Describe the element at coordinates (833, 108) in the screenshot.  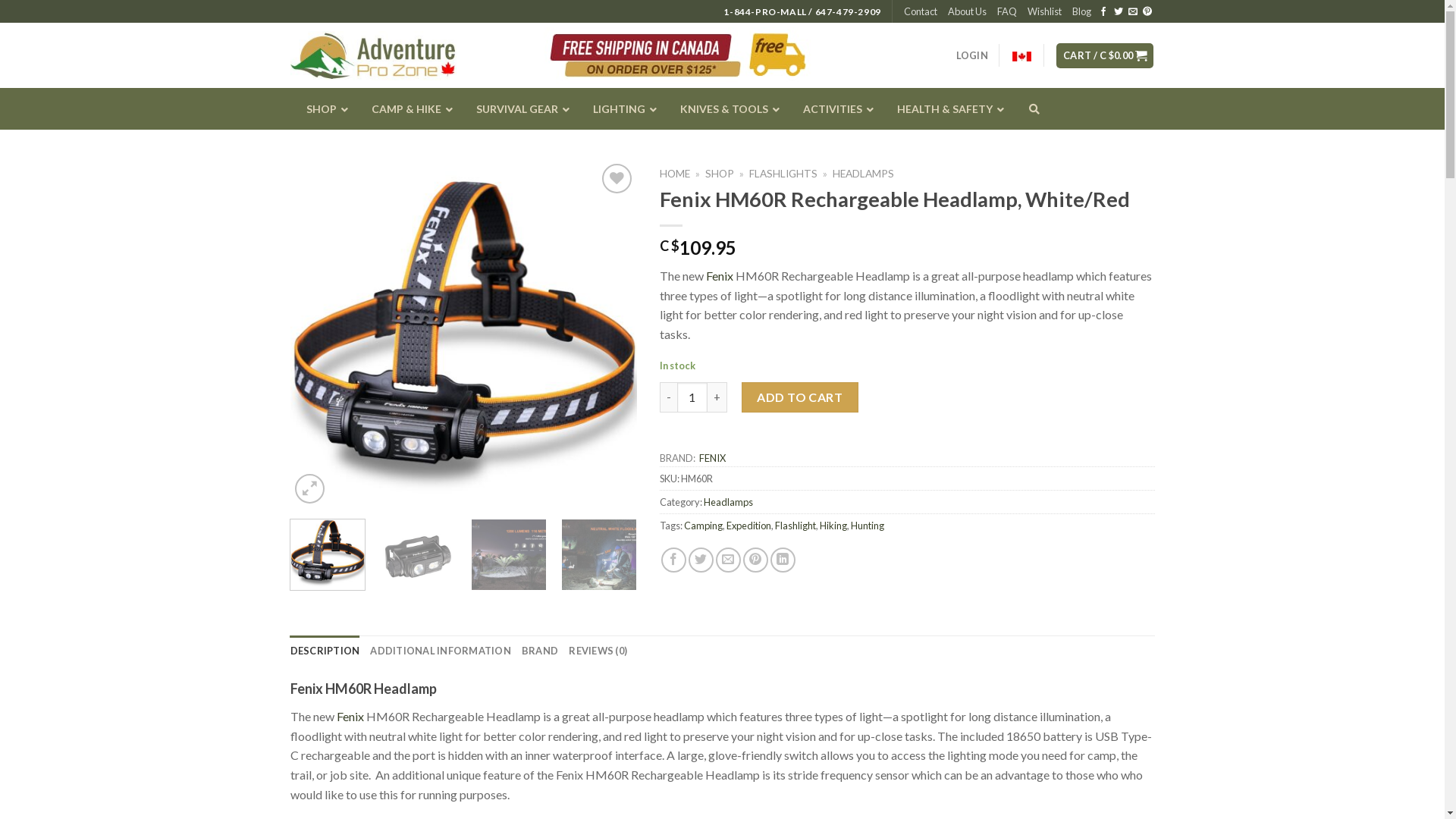
I see `'ACTIVITIES'` at that location.